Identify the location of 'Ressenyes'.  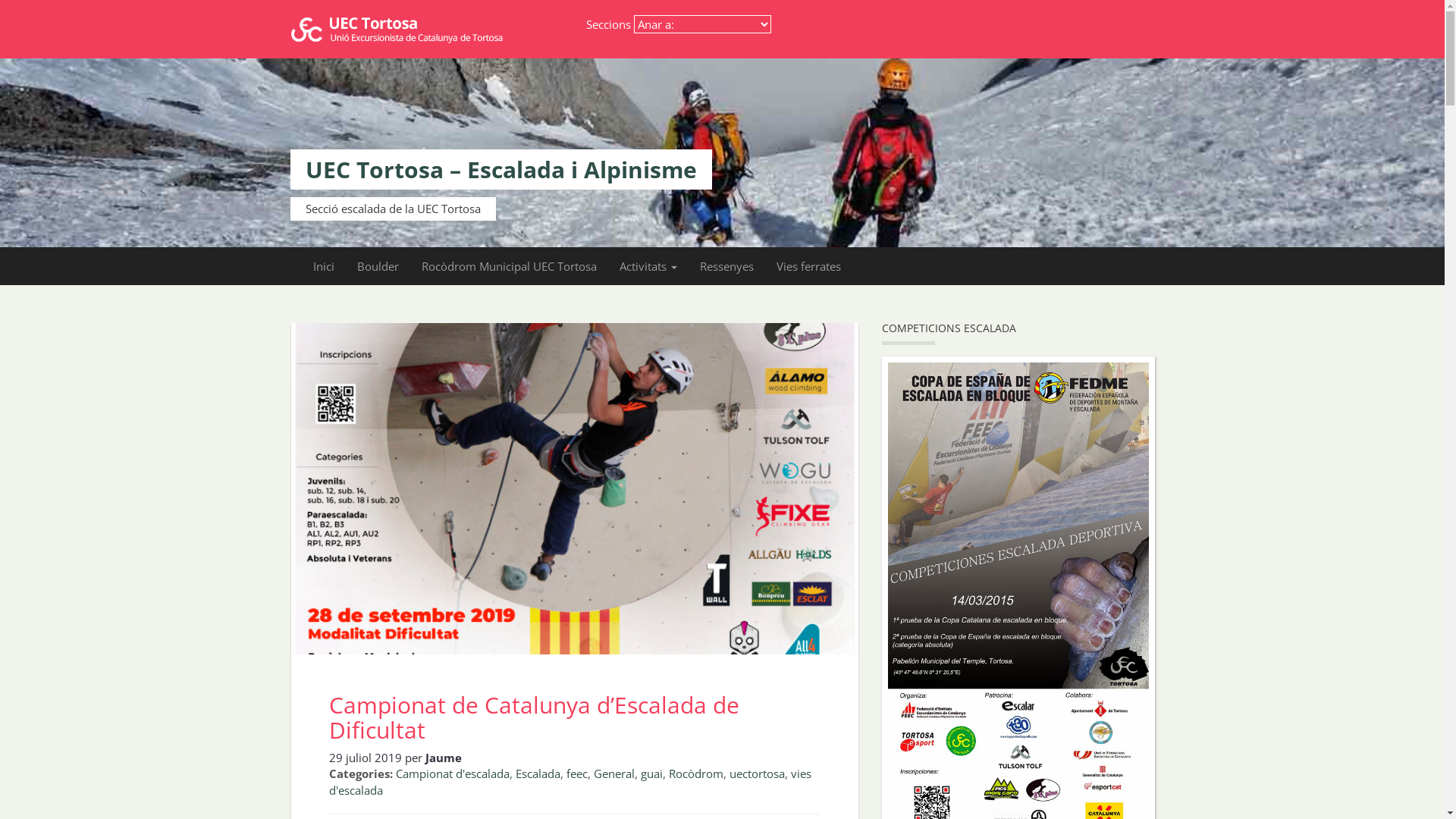
(726, 265).